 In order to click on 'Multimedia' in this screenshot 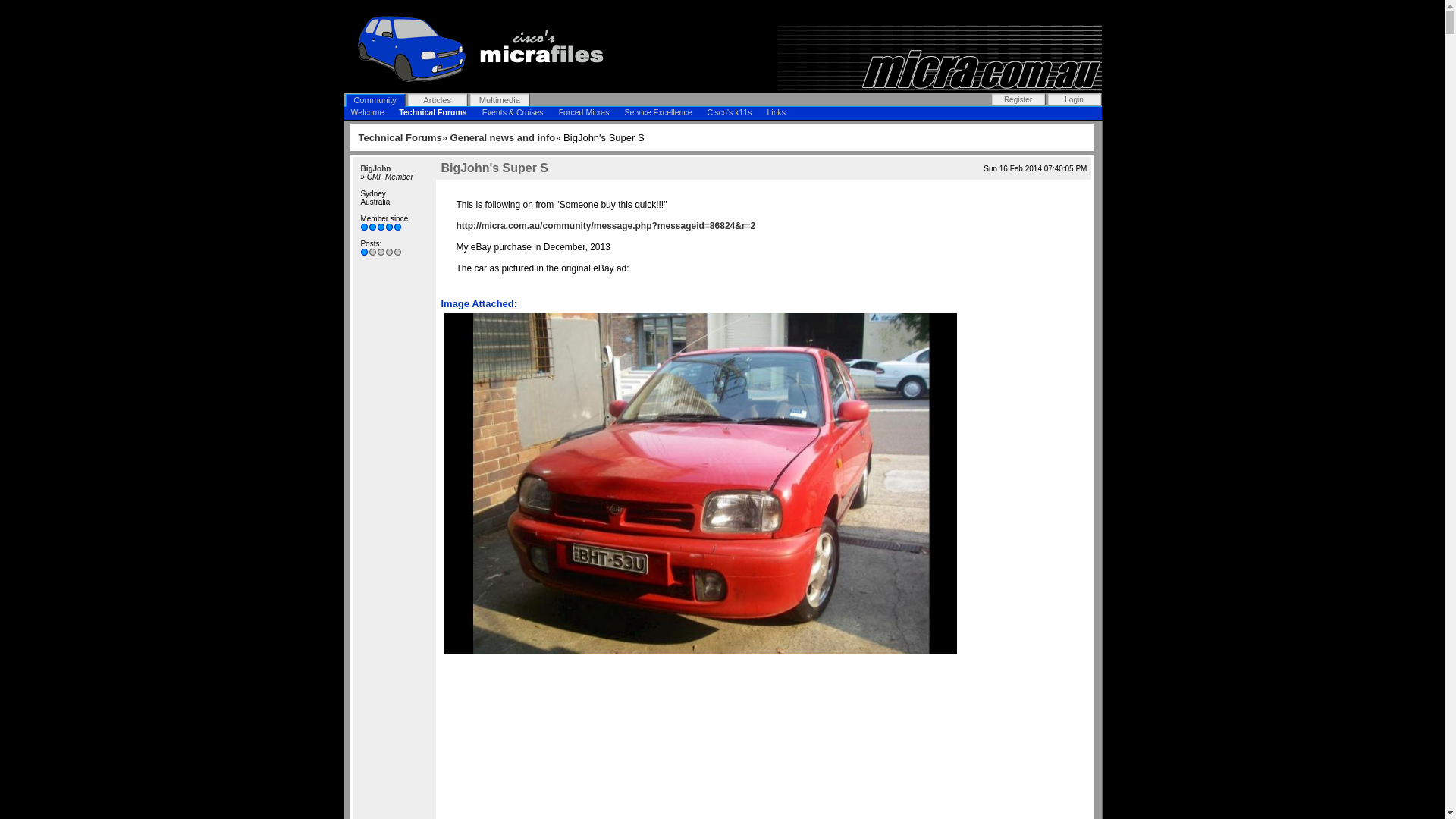, I will do `click(469, 99)`.